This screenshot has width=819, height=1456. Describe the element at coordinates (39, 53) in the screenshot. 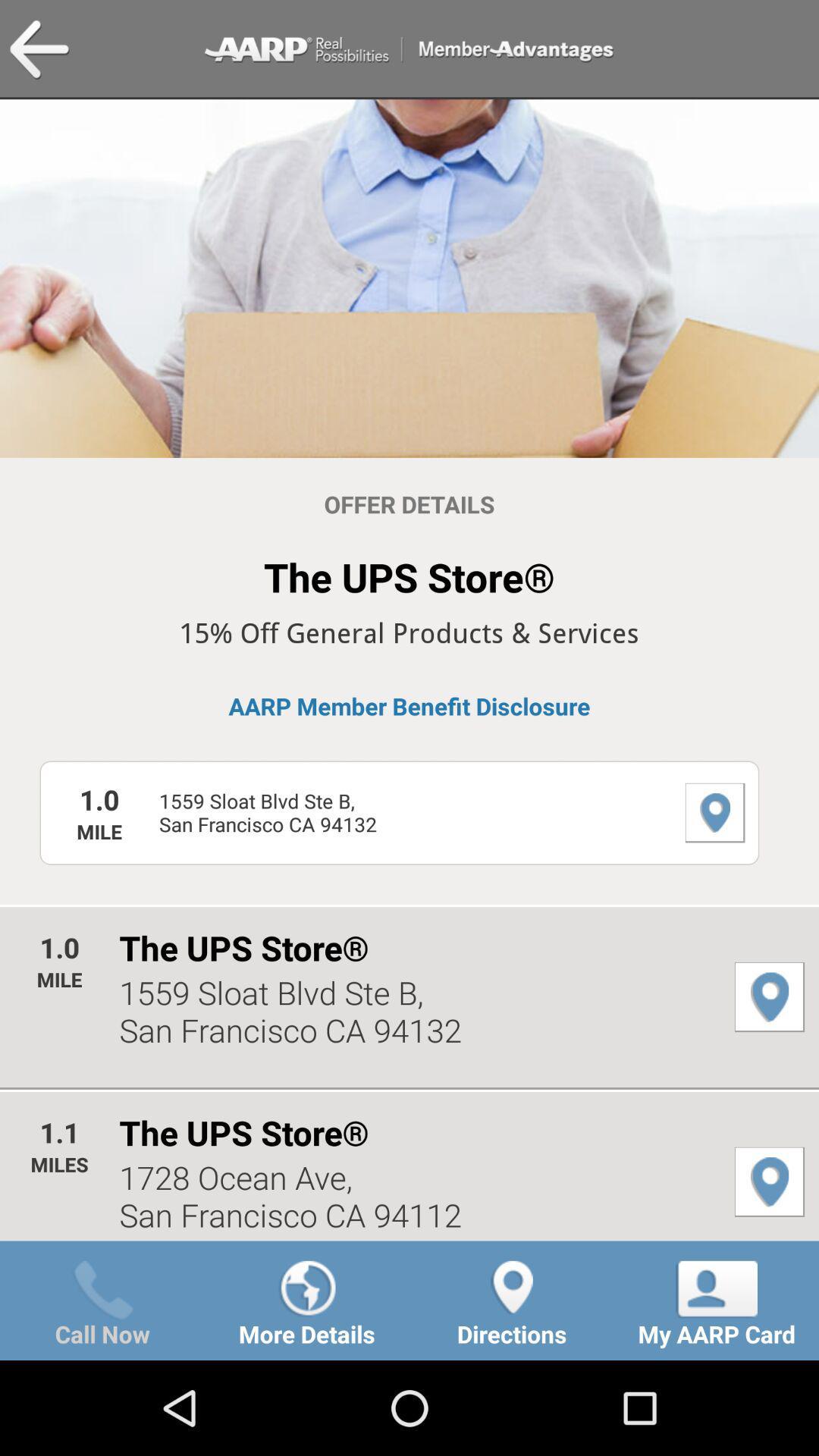

I see `the arrow_backward icon` at that location.